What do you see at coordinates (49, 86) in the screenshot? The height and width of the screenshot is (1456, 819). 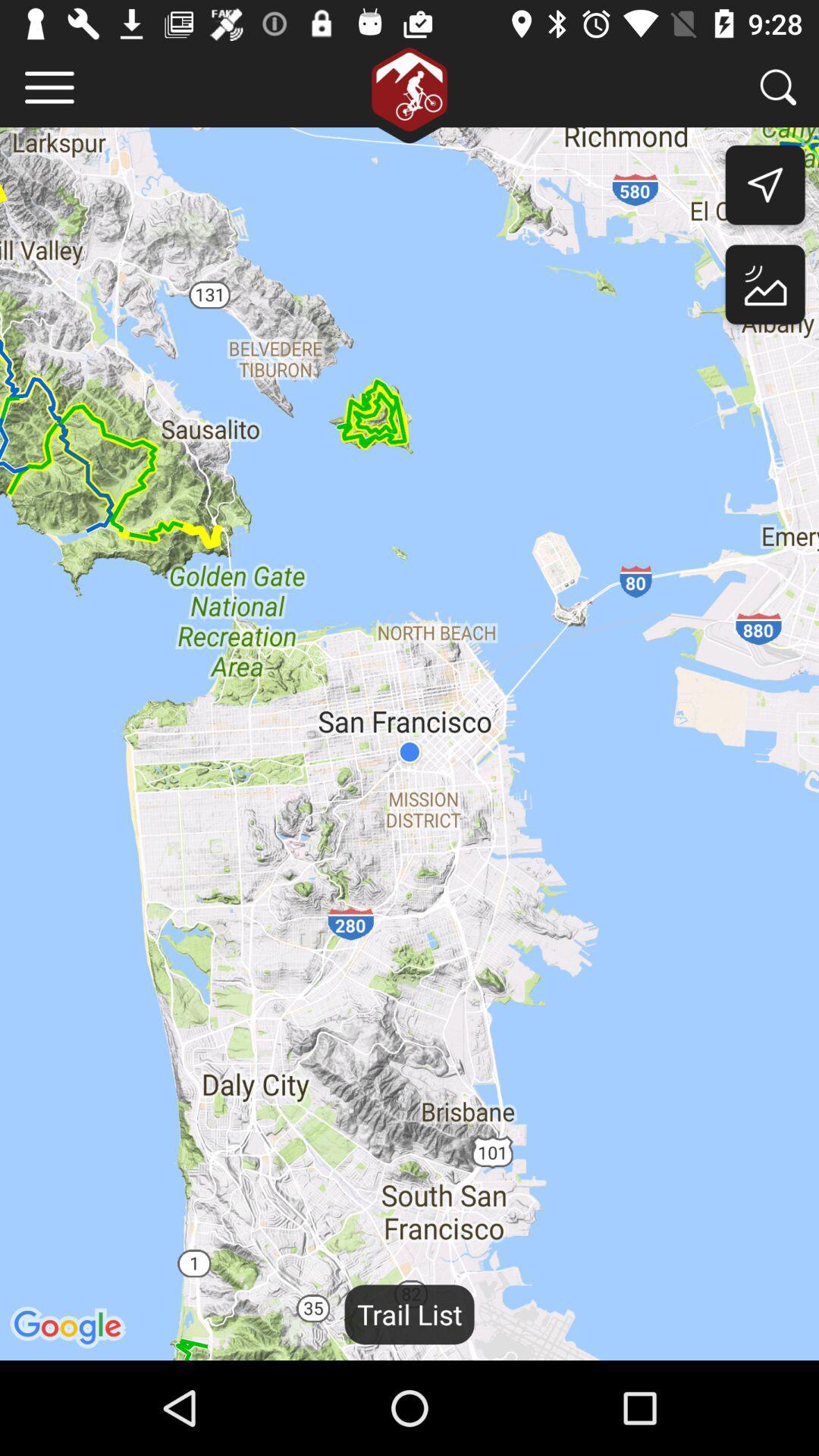 I see `show more data` at bounding box center [49, 86].